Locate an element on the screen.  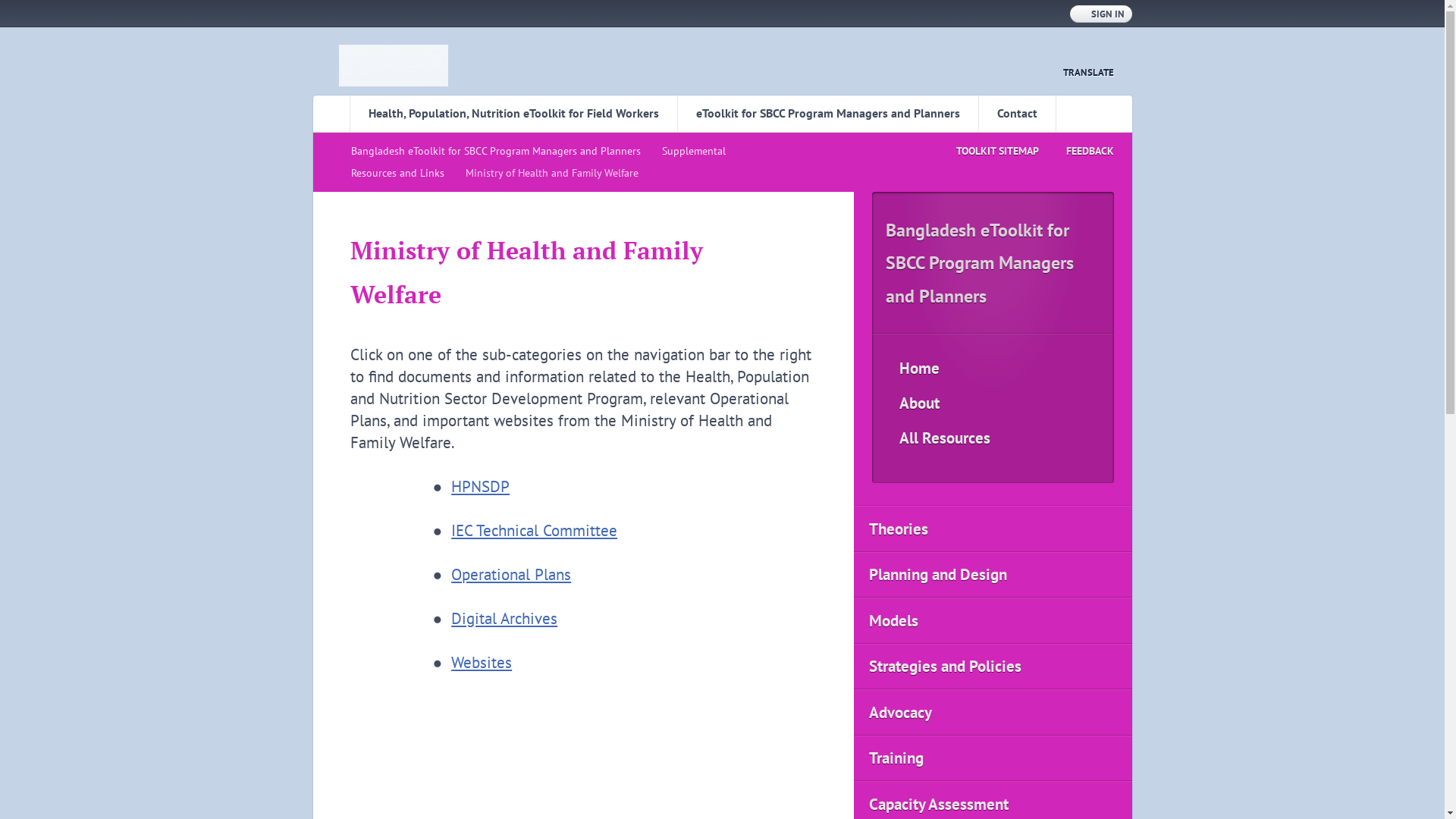
'Digital Archives' is located at coordinates (504, 618).